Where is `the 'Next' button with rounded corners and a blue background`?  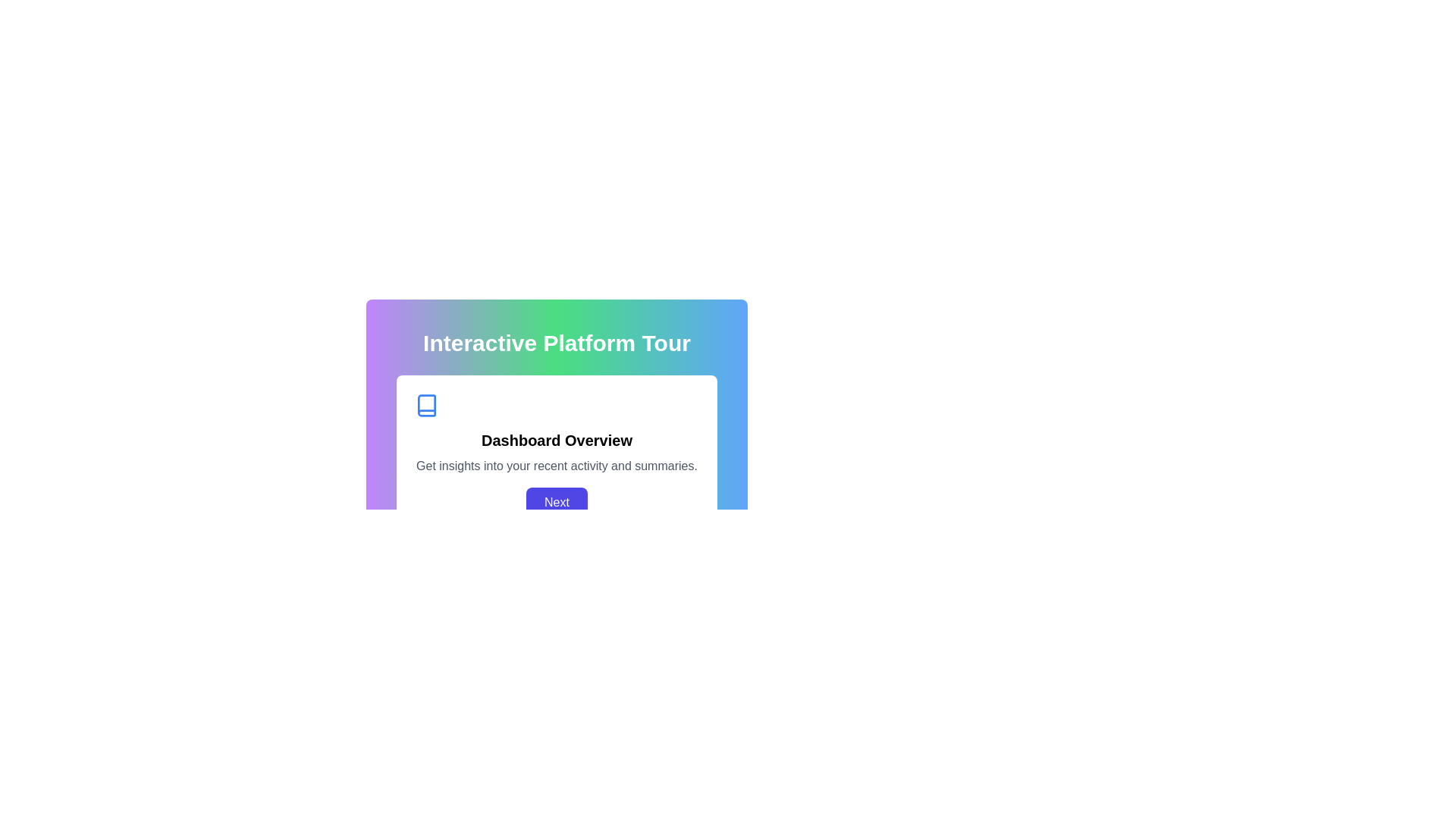 the 'Next' button with rounded corners and a blue background is located at coordinates (556, 503).